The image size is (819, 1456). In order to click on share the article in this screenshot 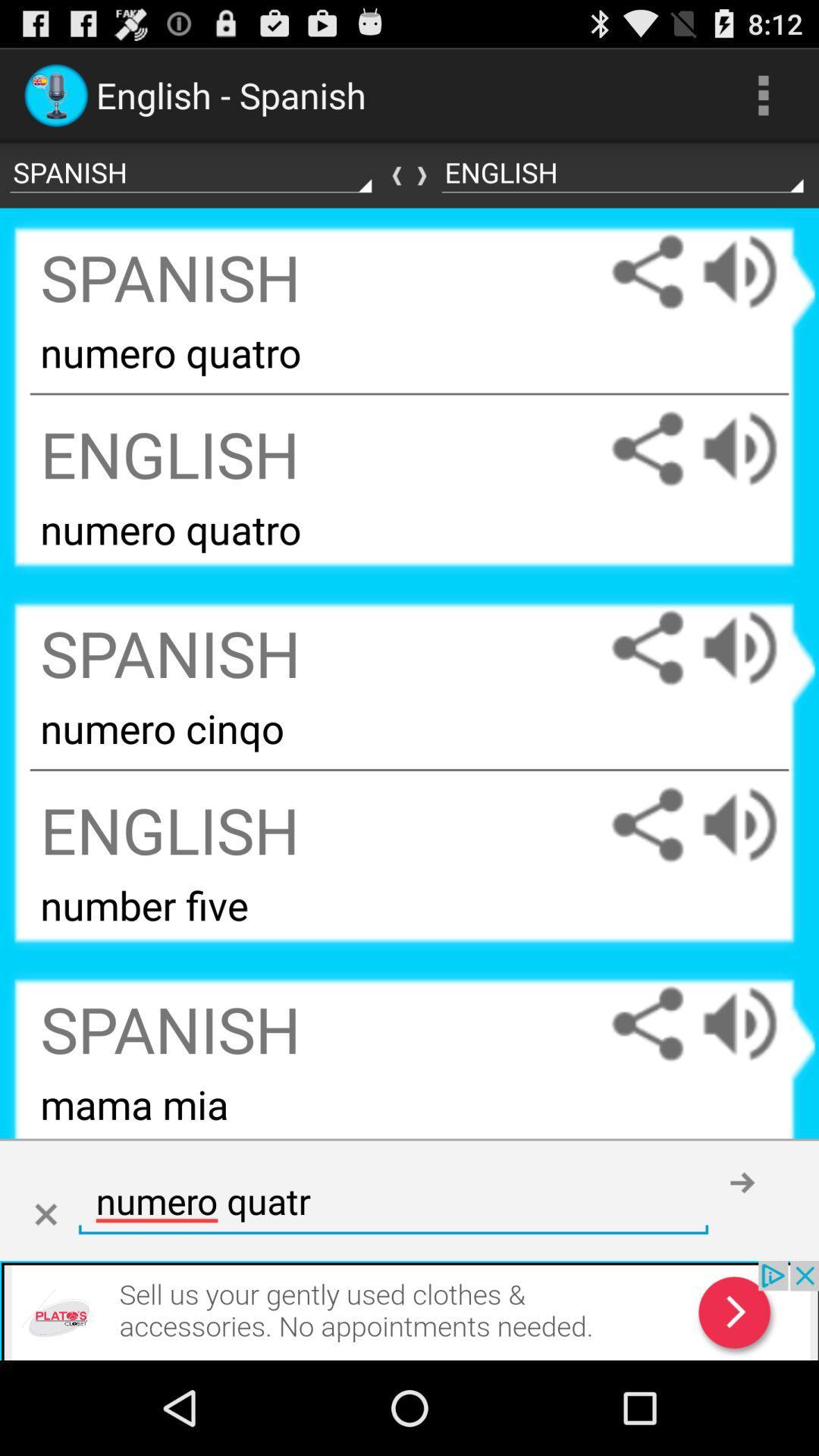, I will do `click(647, 1024)`.